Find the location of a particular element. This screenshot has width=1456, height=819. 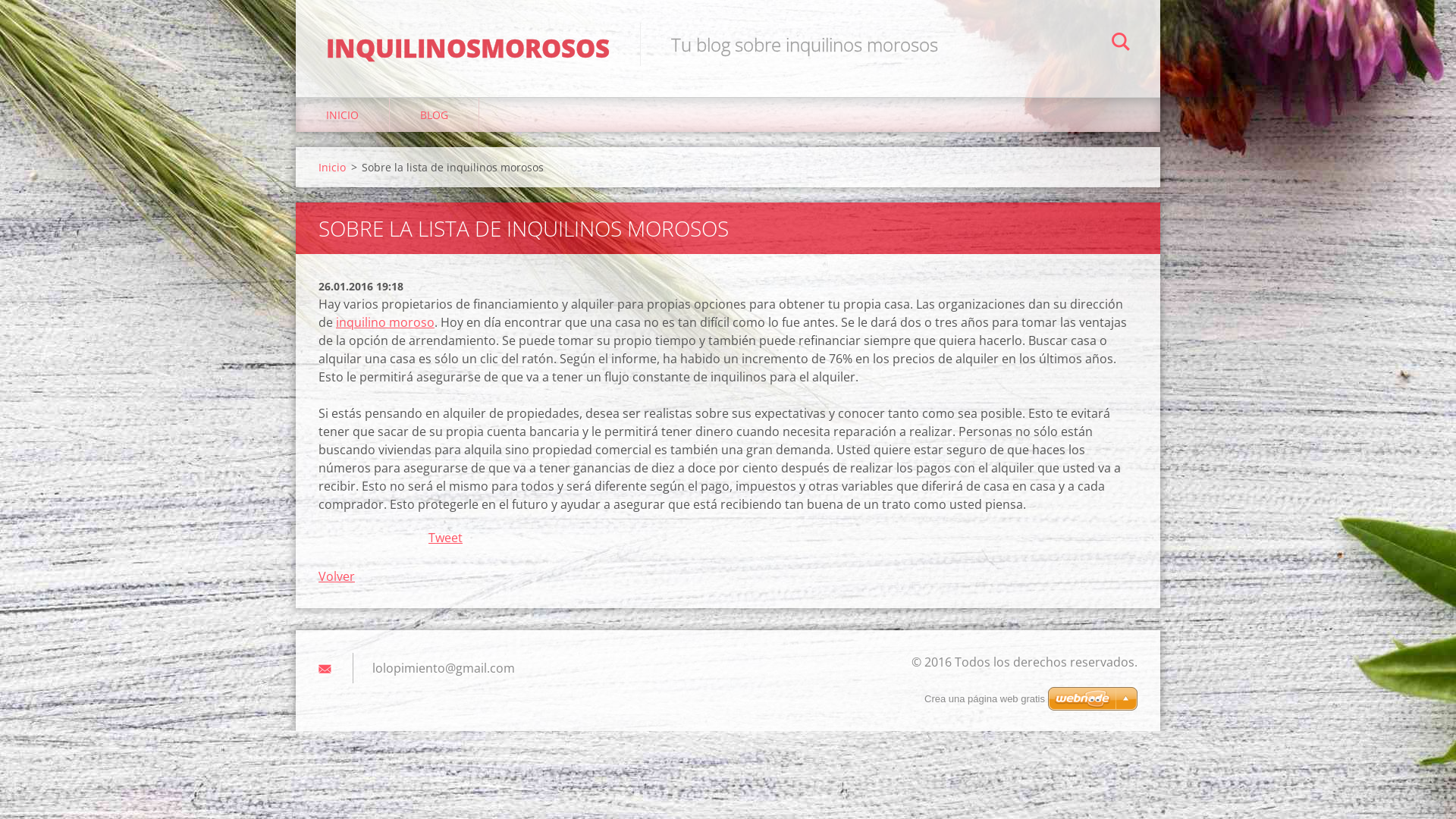

'Buscar' is located at coordinates (1121, 42).